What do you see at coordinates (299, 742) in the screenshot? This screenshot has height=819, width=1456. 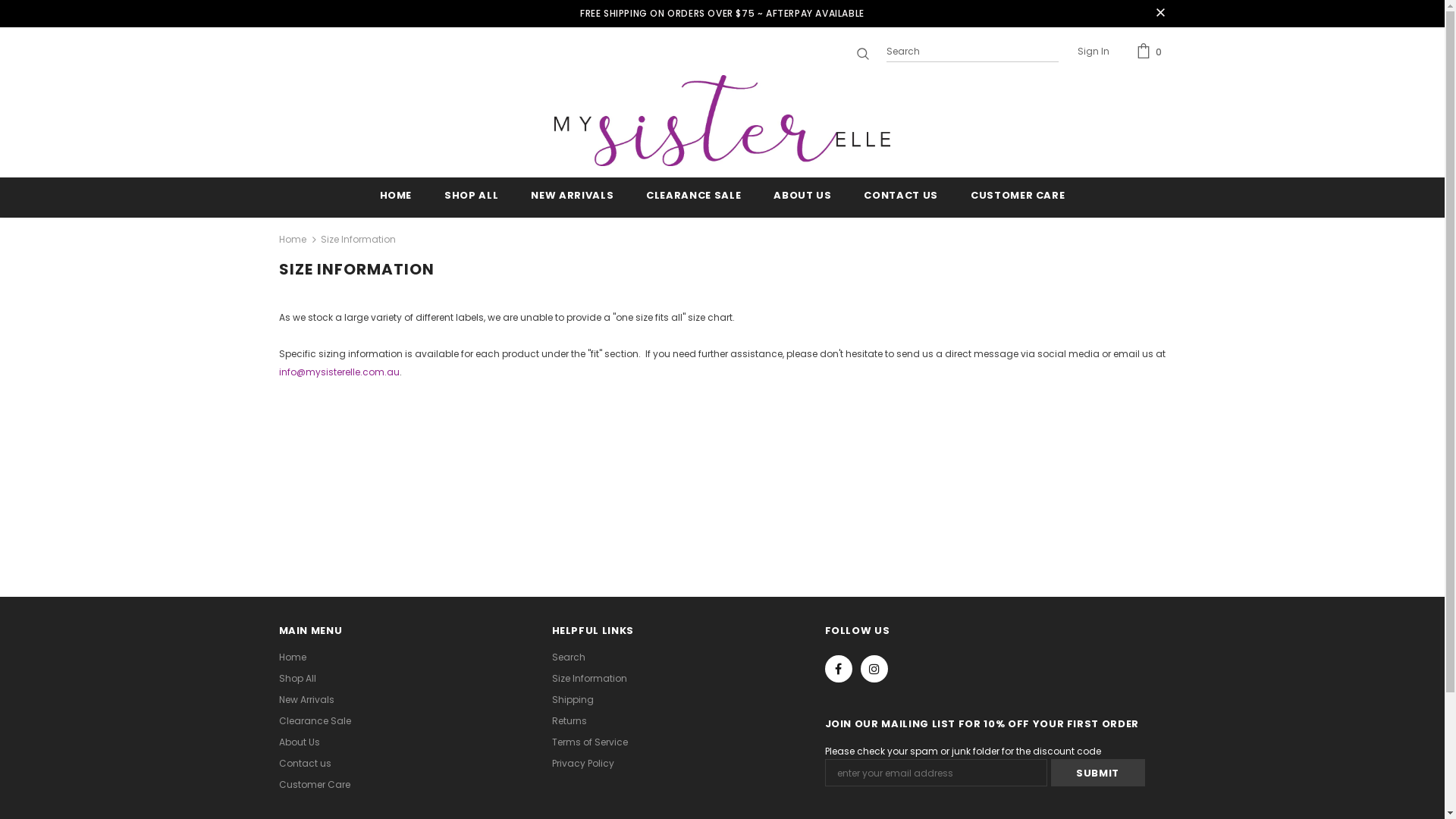 I see `'About Us'` at bounding box center [299, 742].